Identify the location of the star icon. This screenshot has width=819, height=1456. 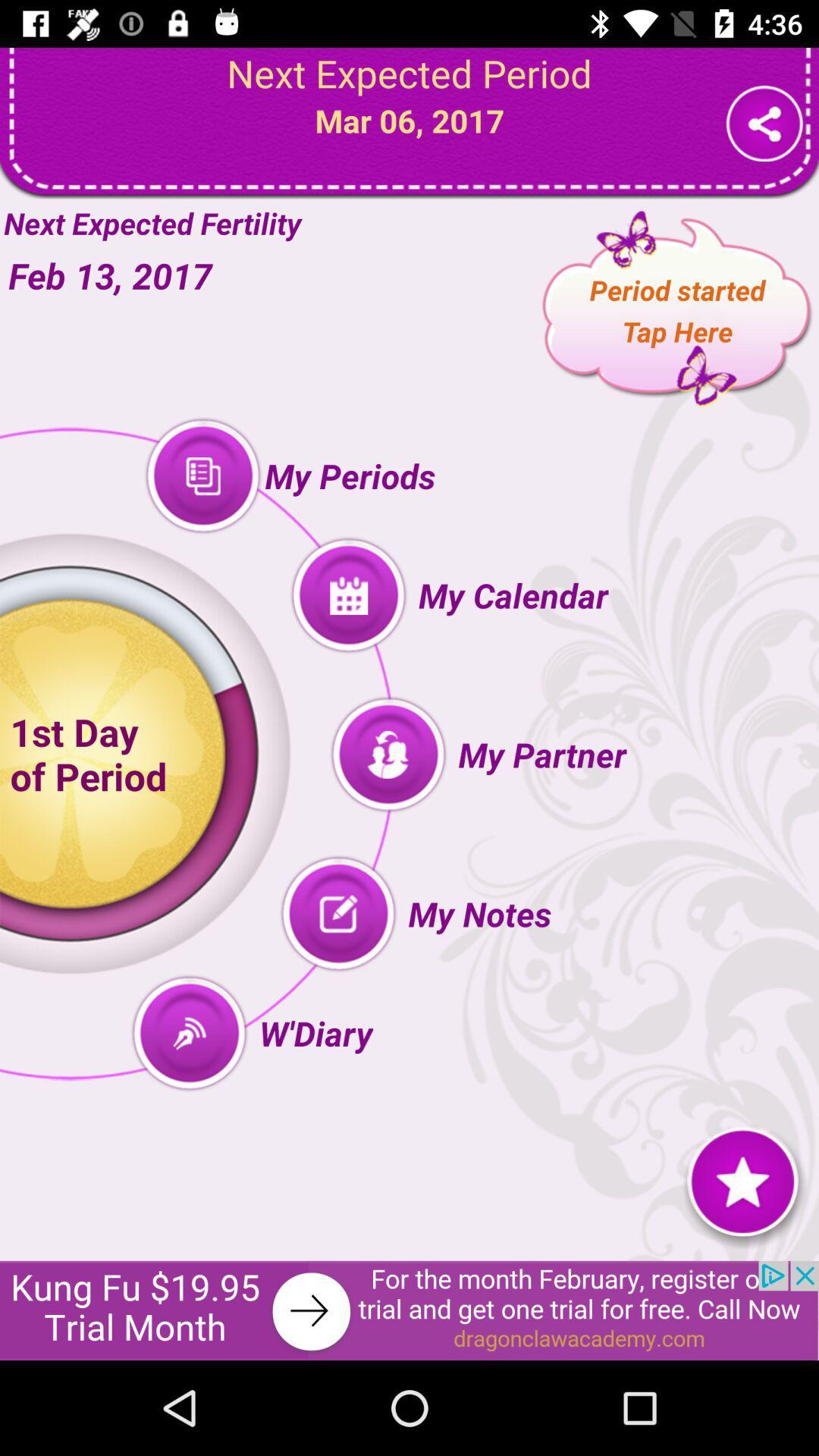
(742, 1179).